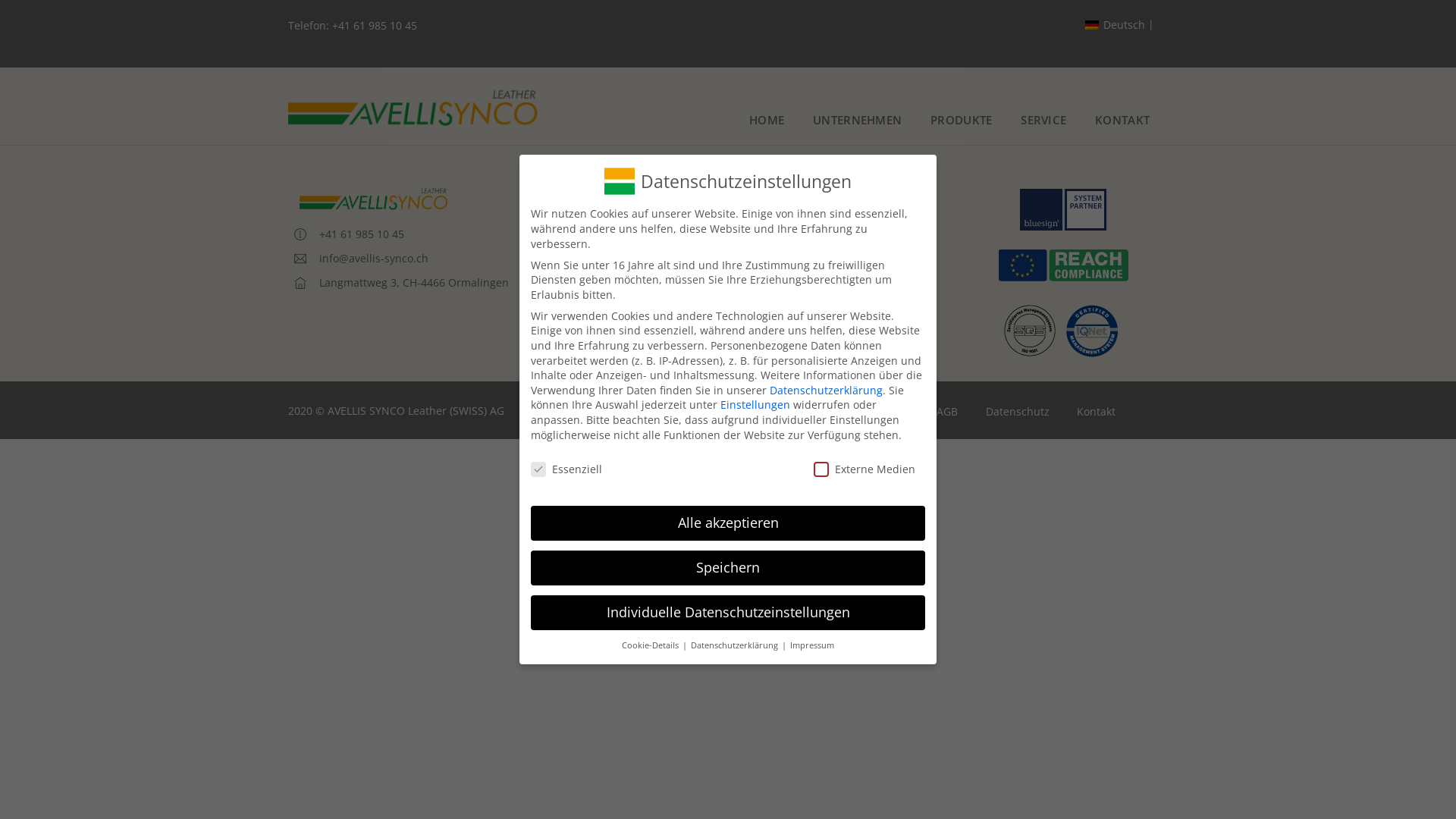 The image size is (1456, 819). I want to click on 'SERVICE', so click(1043, 119).